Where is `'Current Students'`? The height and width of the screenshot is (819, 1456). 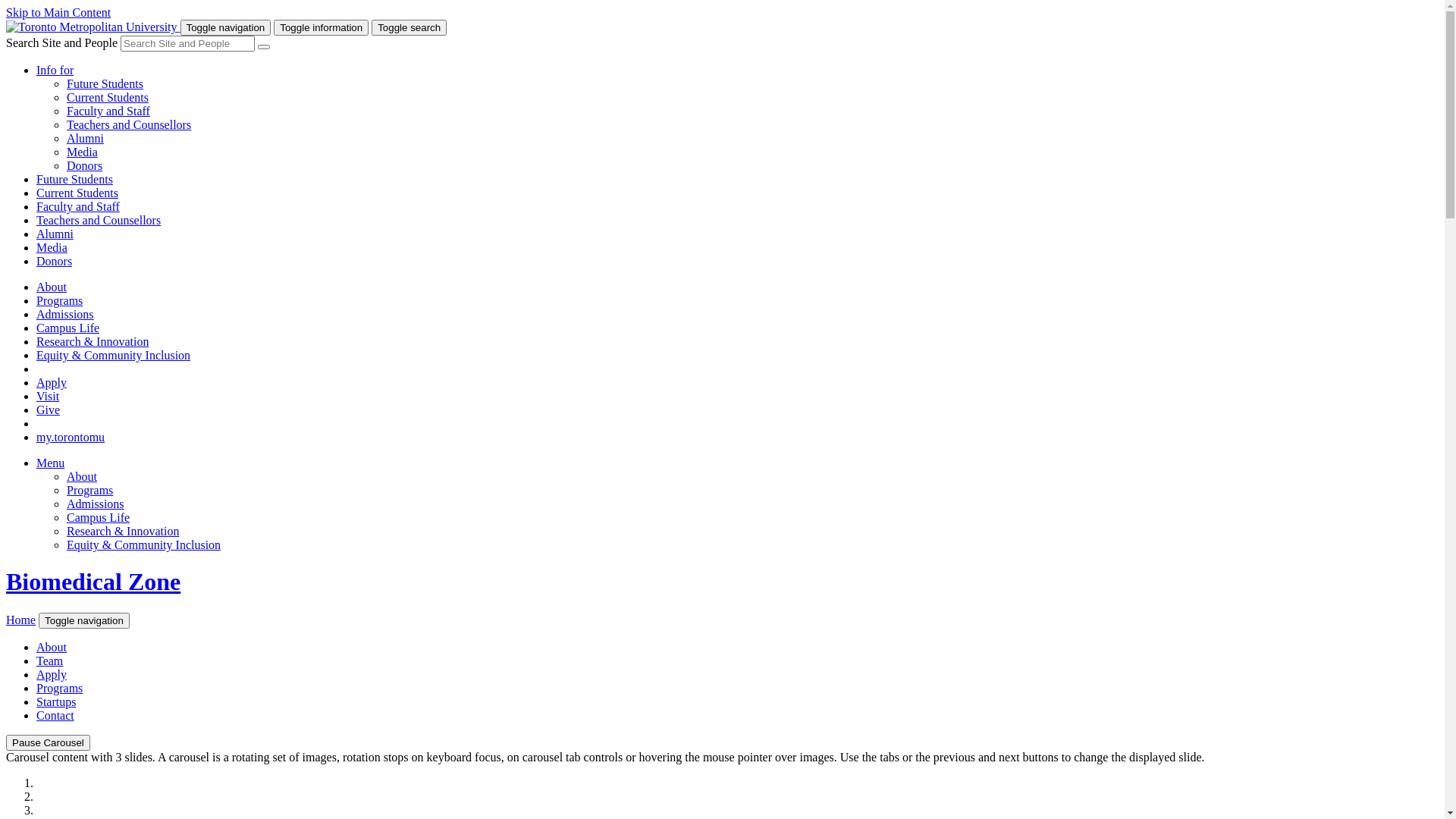
'Current Students' is located at coordinates (65, 97).